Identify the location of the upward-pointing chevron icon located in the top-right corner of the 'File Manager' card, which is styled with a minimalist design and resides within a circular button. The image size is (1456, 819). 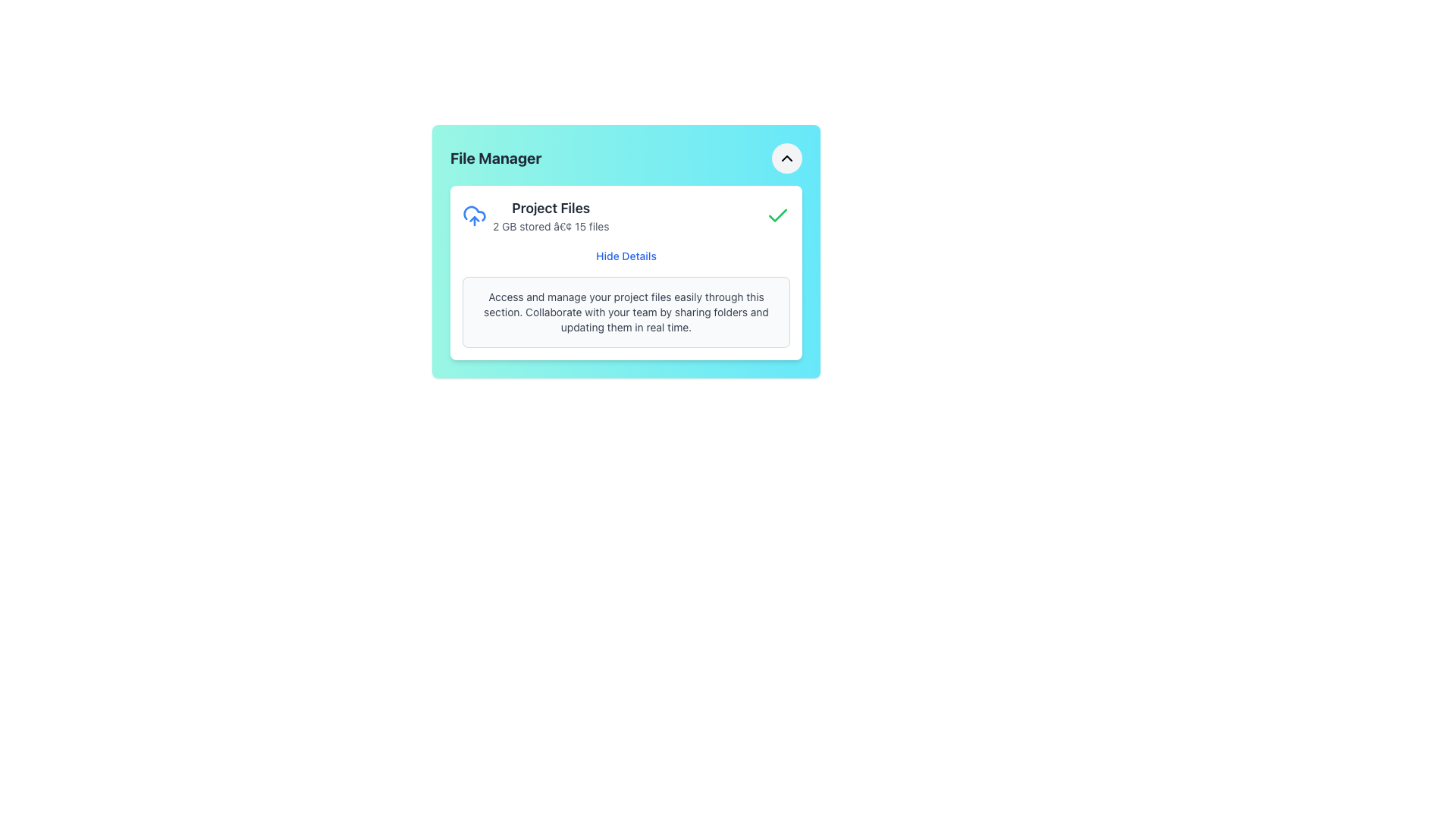
(786, 158).